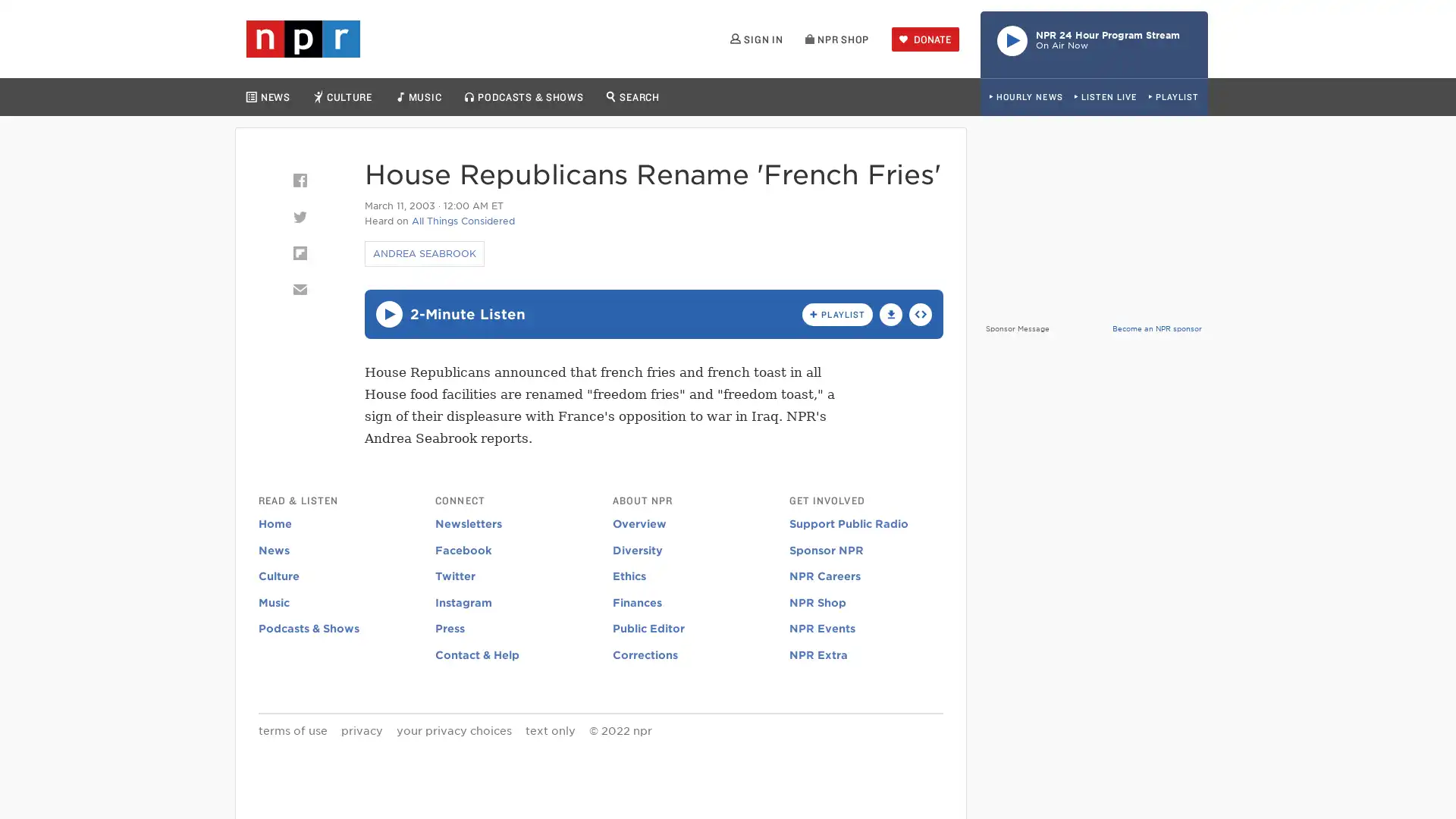 The height and width of the screenshot is (819, 1456). Describe the element at coordinates (1025, 97) in the screenshot. I see `HOURLY NEWS` at that location.